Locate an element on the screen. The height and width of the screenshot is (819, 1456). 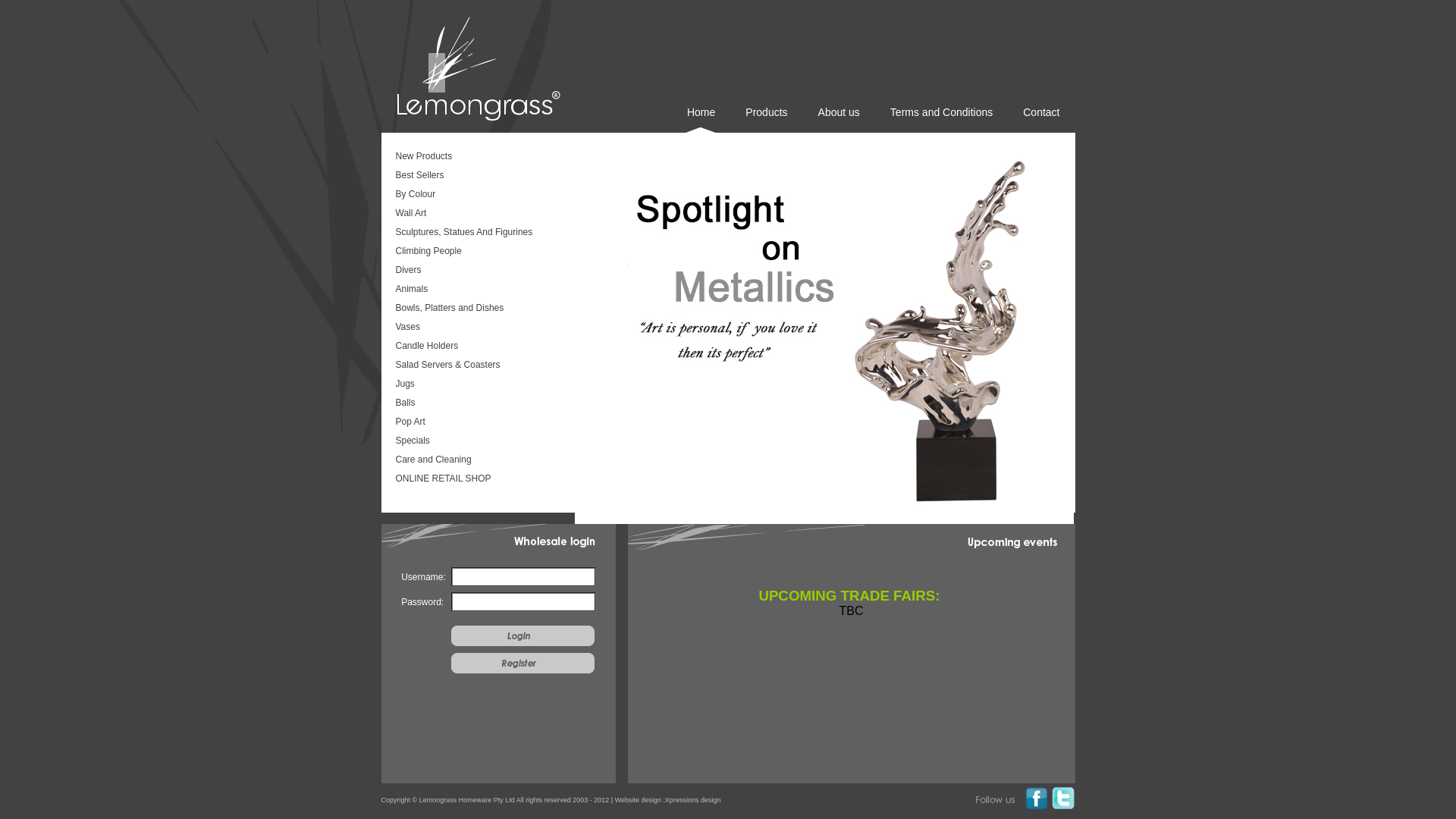
'Wall Art' is located at coordinates (475, 214).